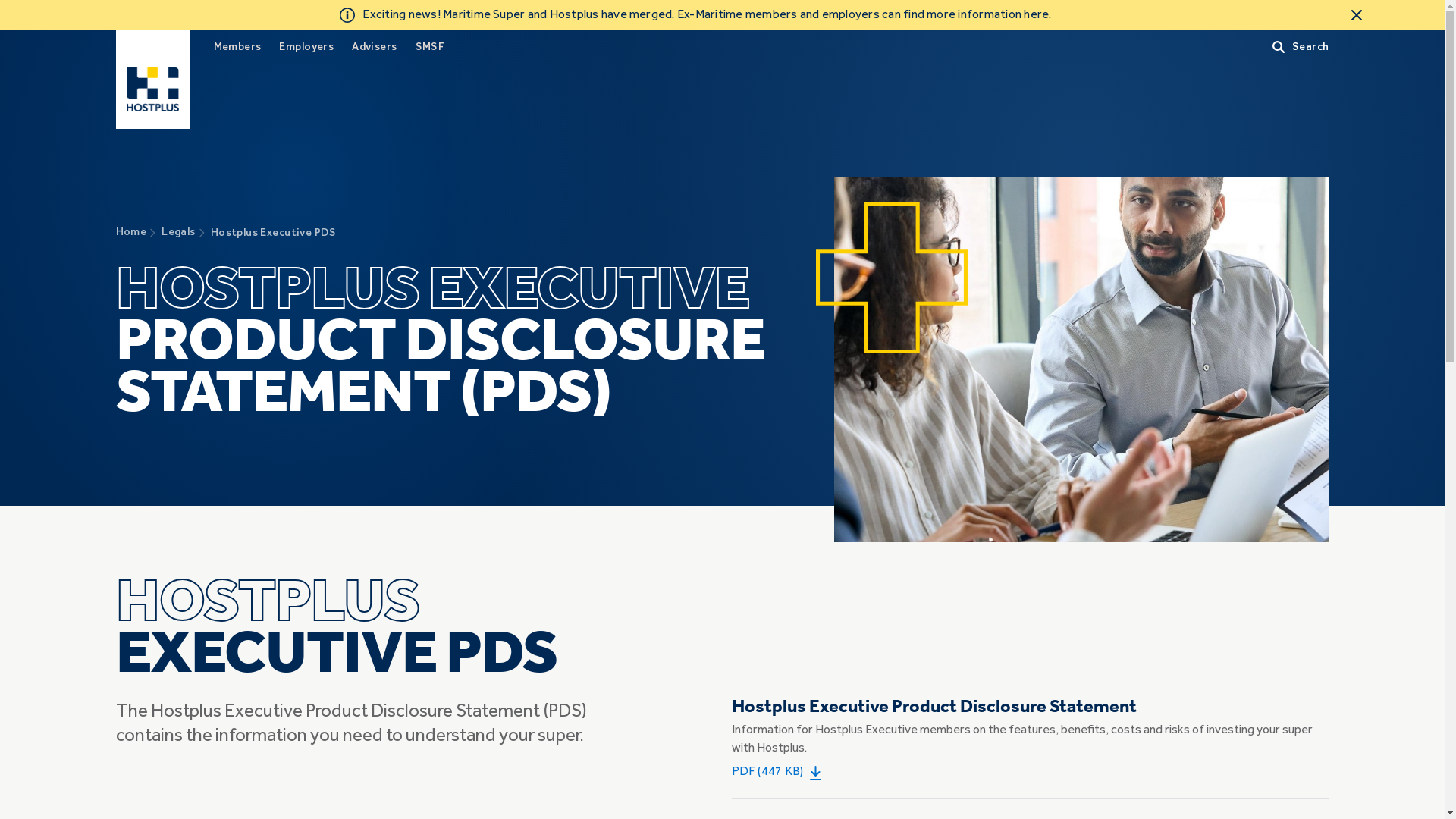  I want to click on 'Members', so click(237, 45).